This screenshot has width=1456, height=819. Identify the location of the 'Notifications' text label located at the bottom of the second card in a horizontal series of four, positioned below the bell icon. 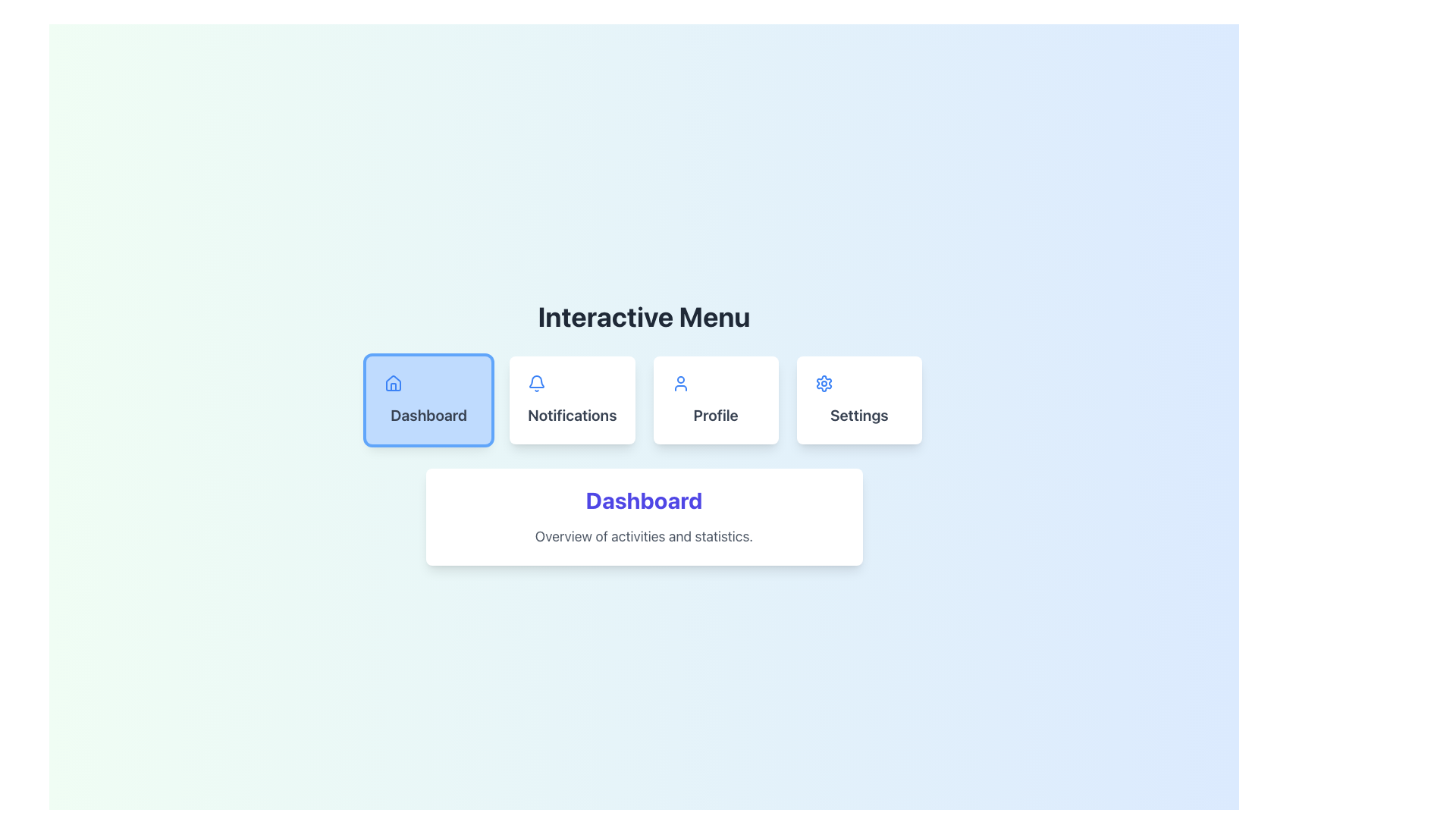
(571, 415).